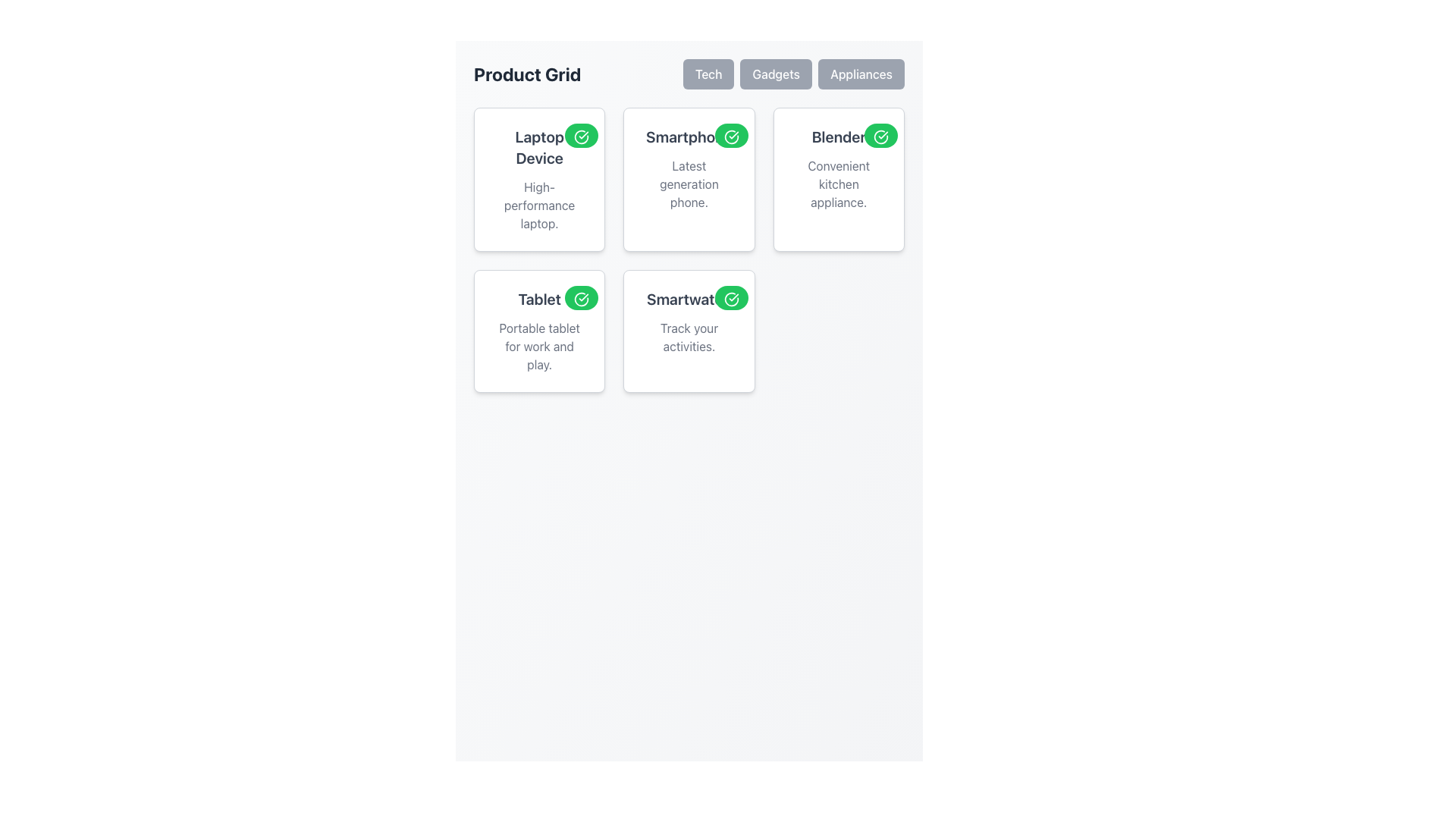 This screenshot has width=1456, height=819. What do you see at coordinates (688, 184) in the screenshot?
I see `the static text displaying 'Latest generation phone.' located below the title 'Smartphone' in the second card of the grid layout` at bounding box center [688, 184].